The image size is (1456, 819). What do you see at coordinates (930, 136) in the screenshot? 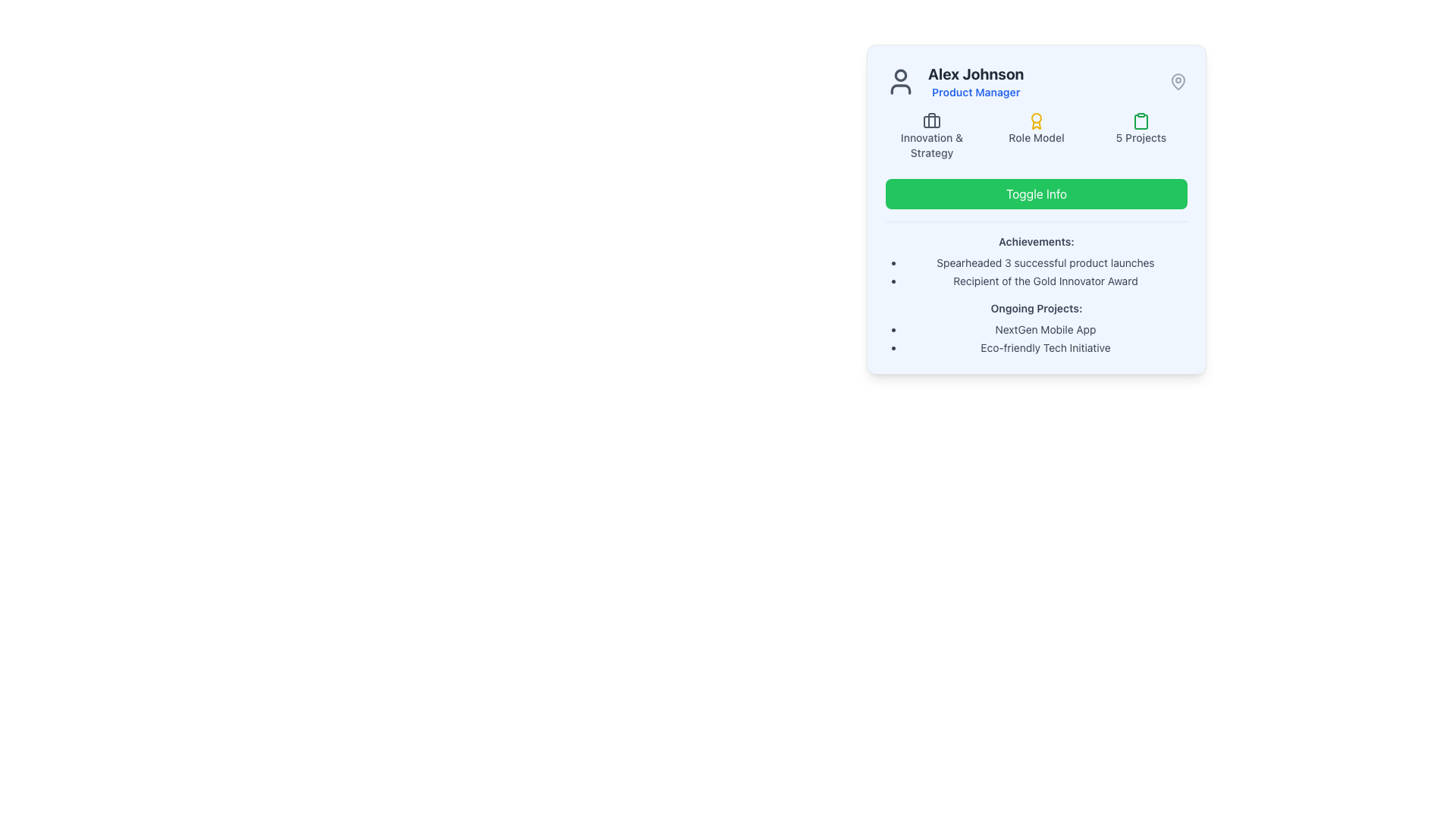
I see `the badge indicator that features a gray briefcase icon with the text 'Innovation & Strategy' below it, located in the leftmost column of the grid layout in the user profile card` at bounding box center [930, 136].